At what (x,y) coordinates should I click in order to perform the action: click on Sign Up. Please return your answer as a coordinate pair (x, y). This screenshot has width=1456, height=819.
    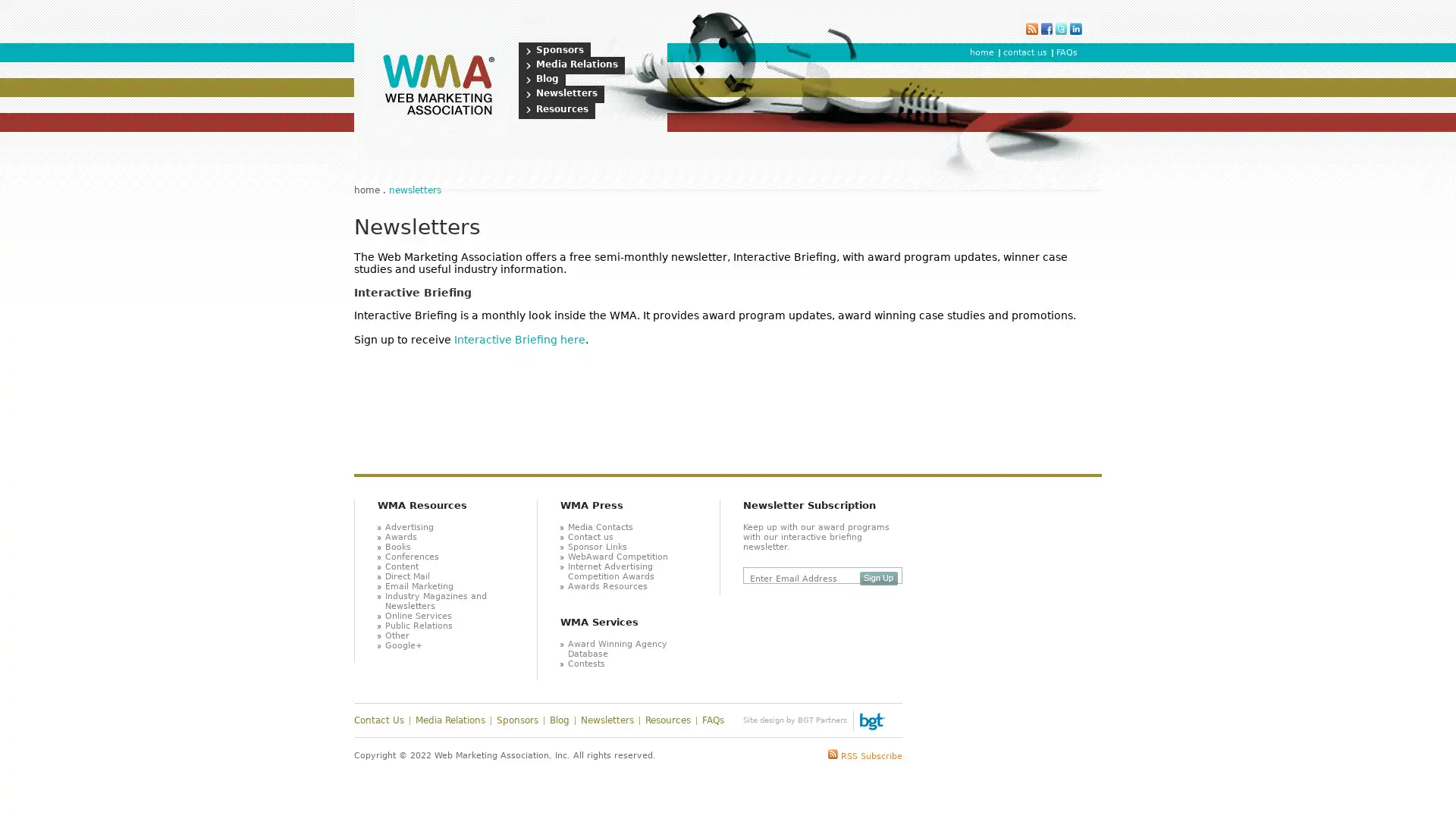
    Looking at the image, I should click on (878, 579).